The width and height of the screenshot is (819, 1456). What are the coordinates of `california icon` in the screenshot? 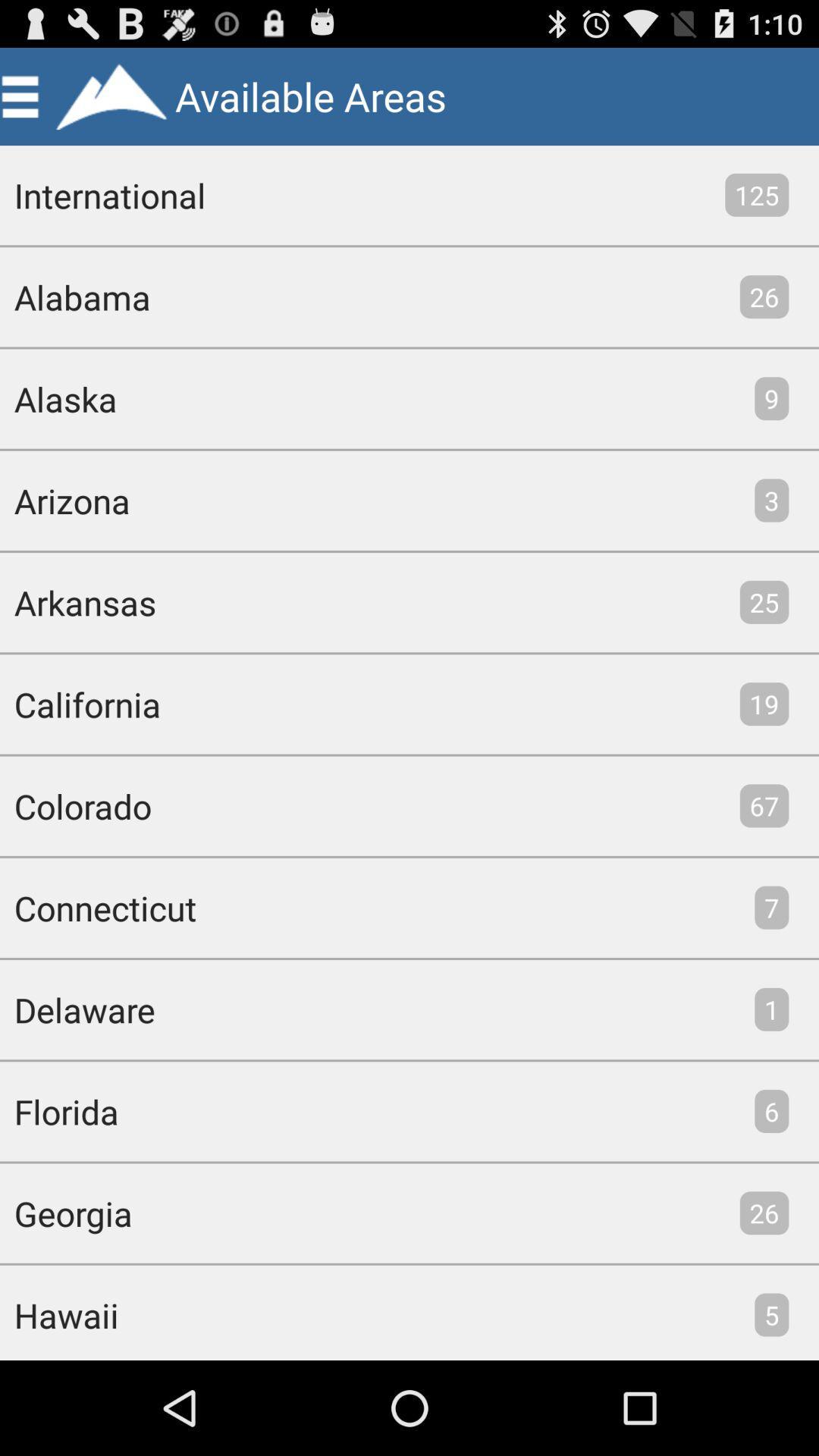 It's located at (80, 703).